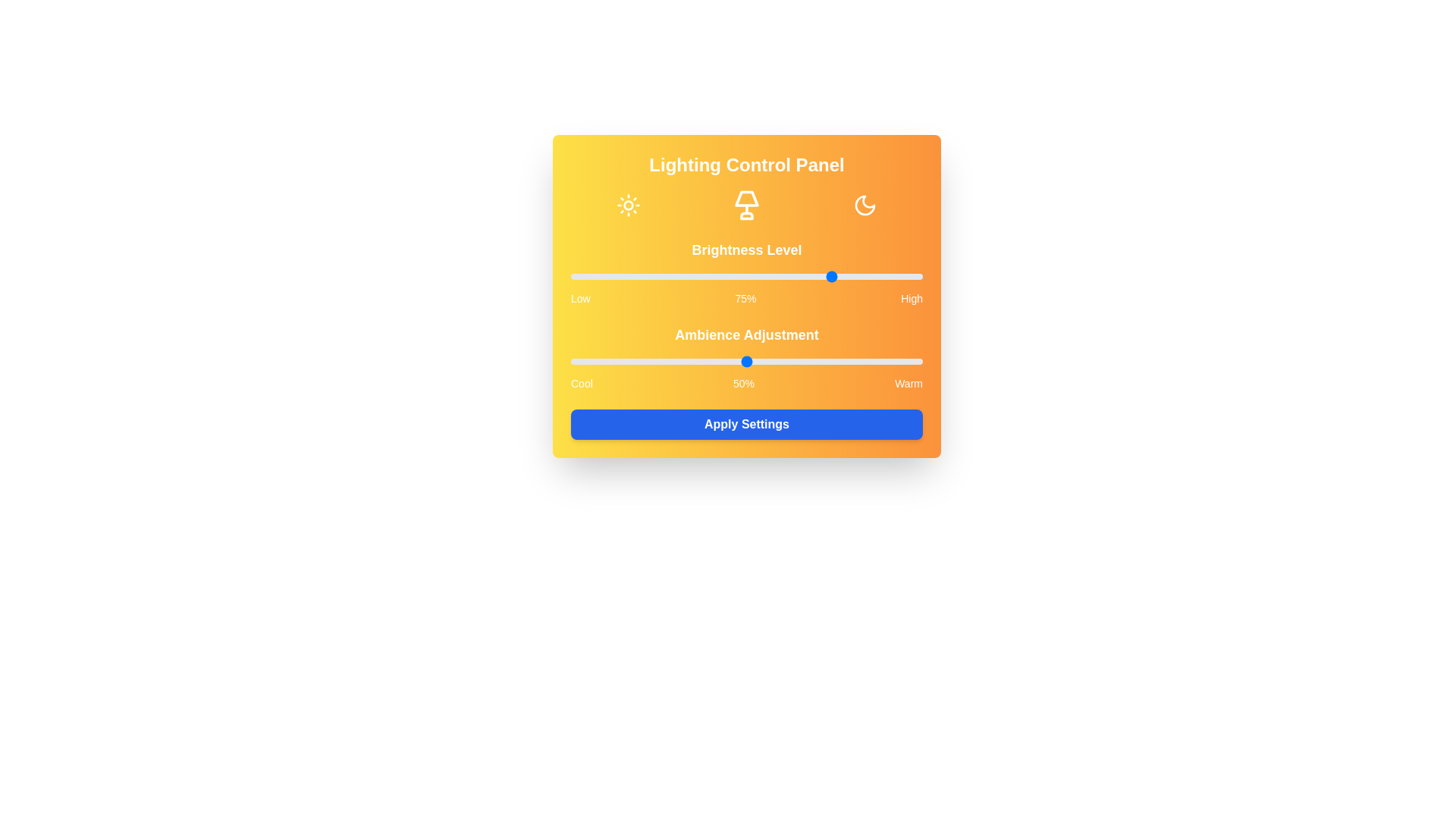 Image resolution: width=1456 pixels, height=819 pixels. What do you see at coordinates (746, 205) in the screenshot?
I see `the Lamp icon to interact with it` at bounding box center [746, 205].